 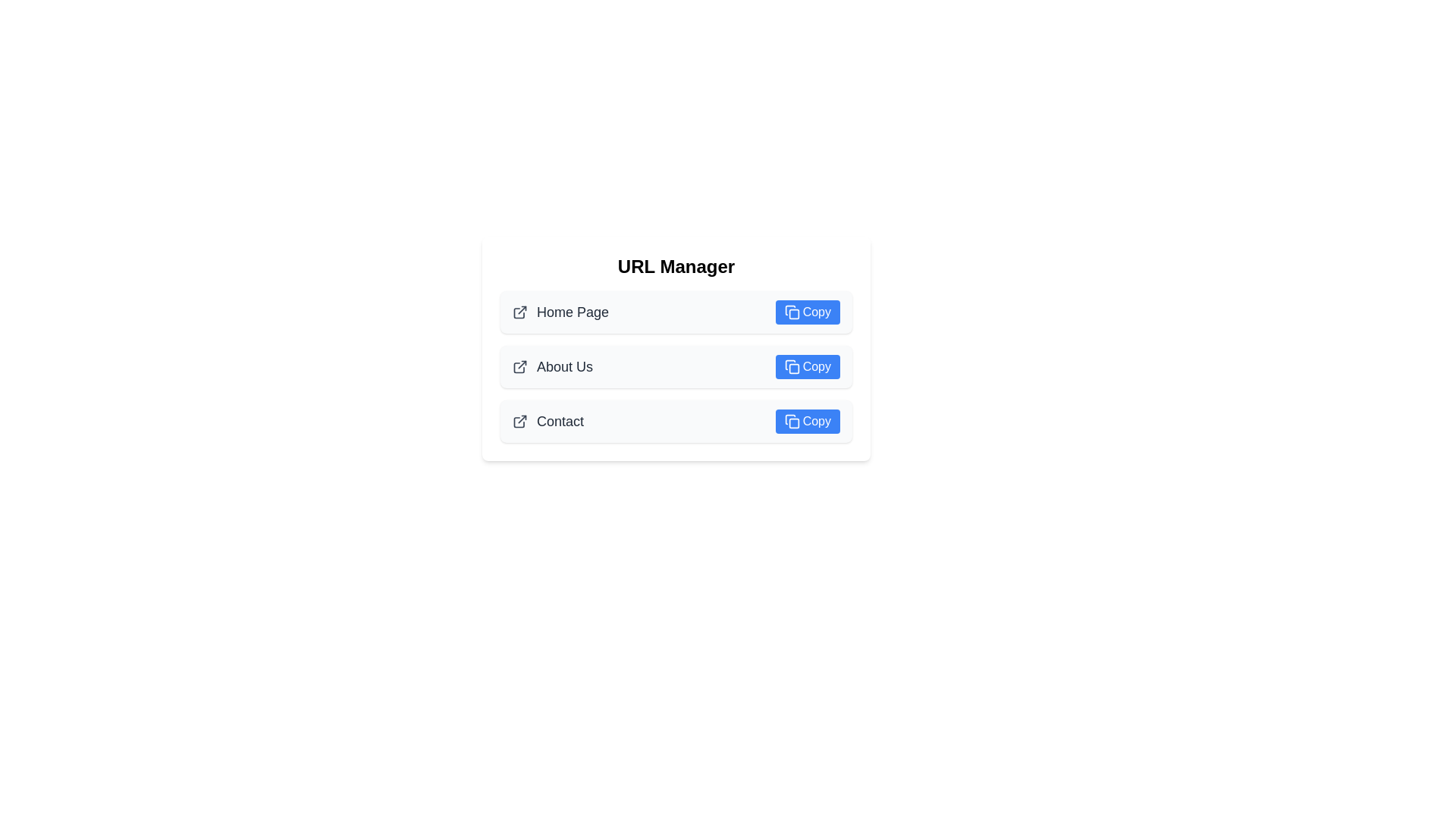 What do you see at coordinates (519, 312) in the screenshot?
I see `the graphical icon styled as an SVG image resembling a rounded rectangle with a partial open top, located in the first row under the 'URL Manager' title beside the 'Home Page' label` at bounding box center [519, 312].